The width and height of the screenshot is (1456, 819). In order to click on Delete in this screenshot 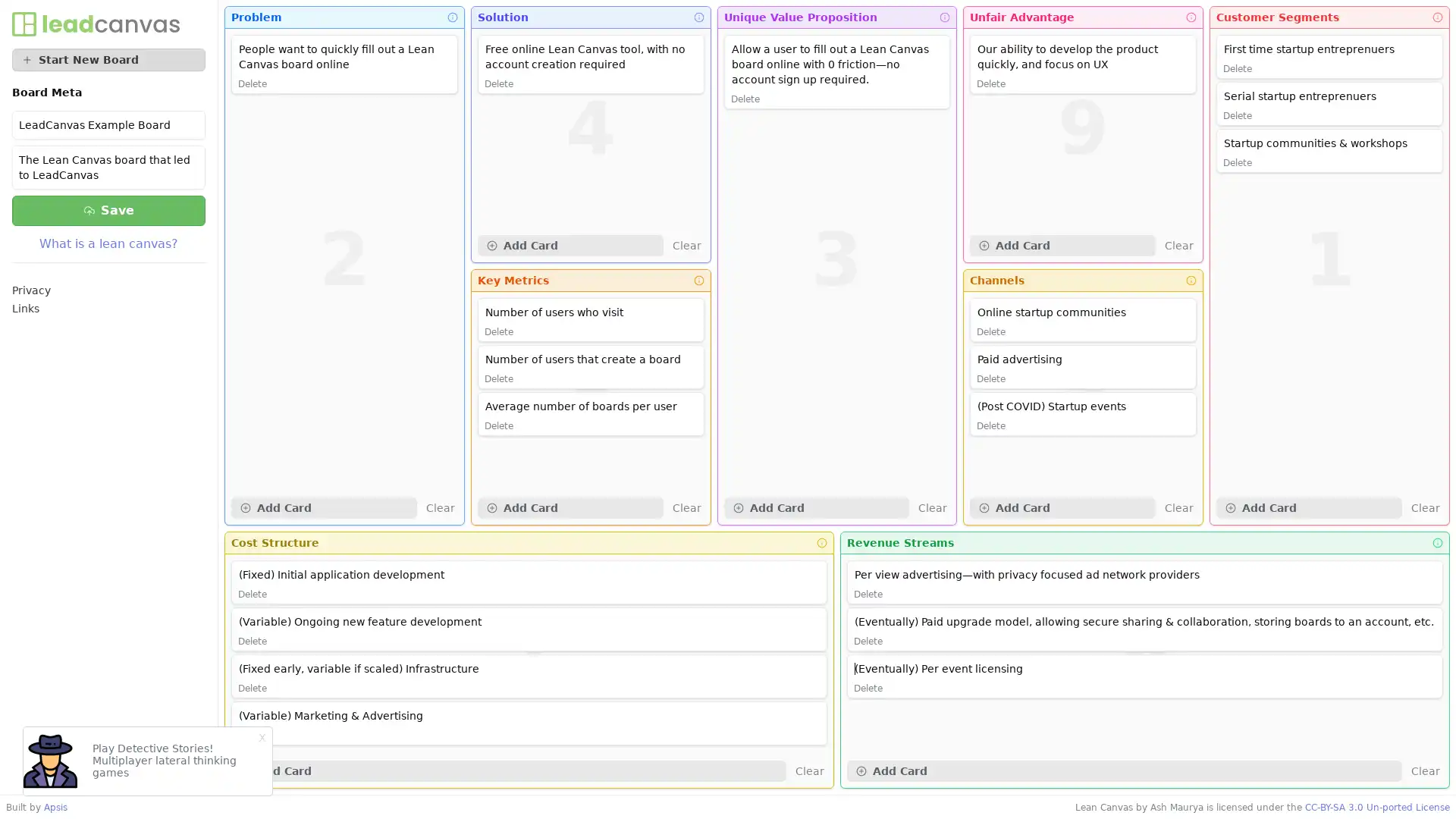, I will do `click(990, 425)`.